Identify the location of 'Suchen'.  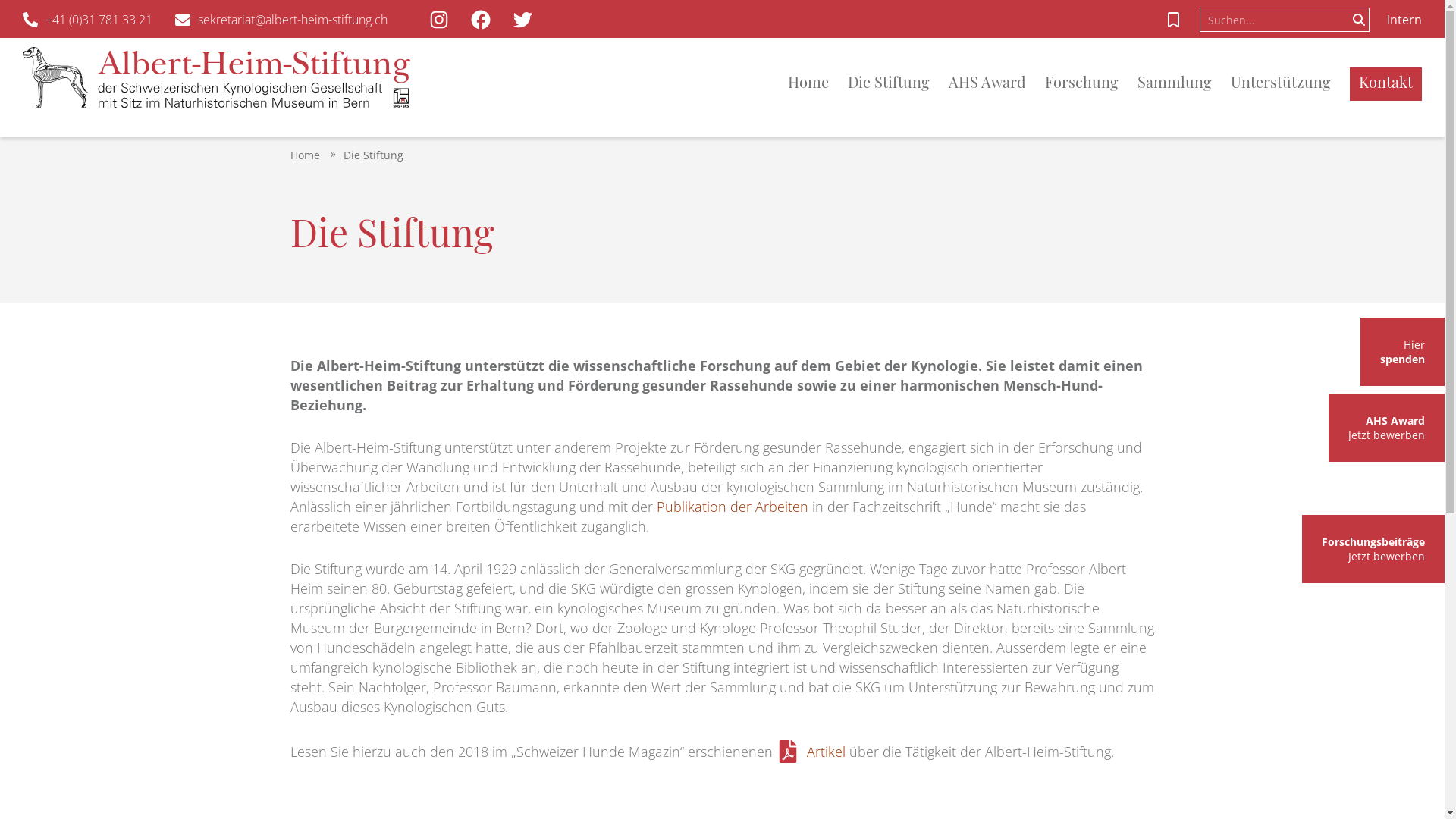
(1358, 20).